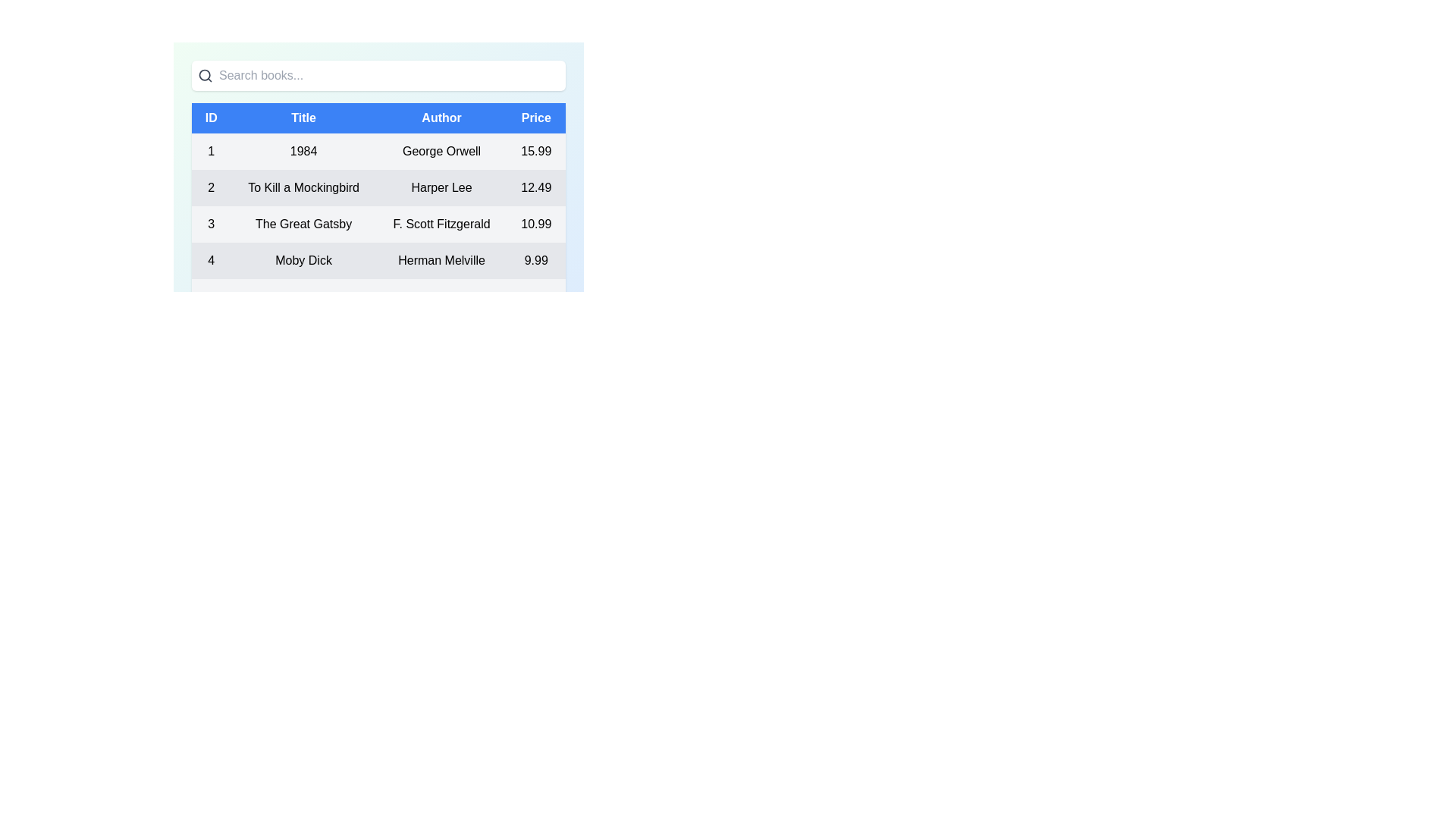 Image resolution: width=1456 pixels, height=819 pixels. What do you see at coordinates (441, 187) in the screenshot?
I see `the text label displaying 'Harper Lee' in the Author column of the second row of the table` at bounding box center [441, 187].